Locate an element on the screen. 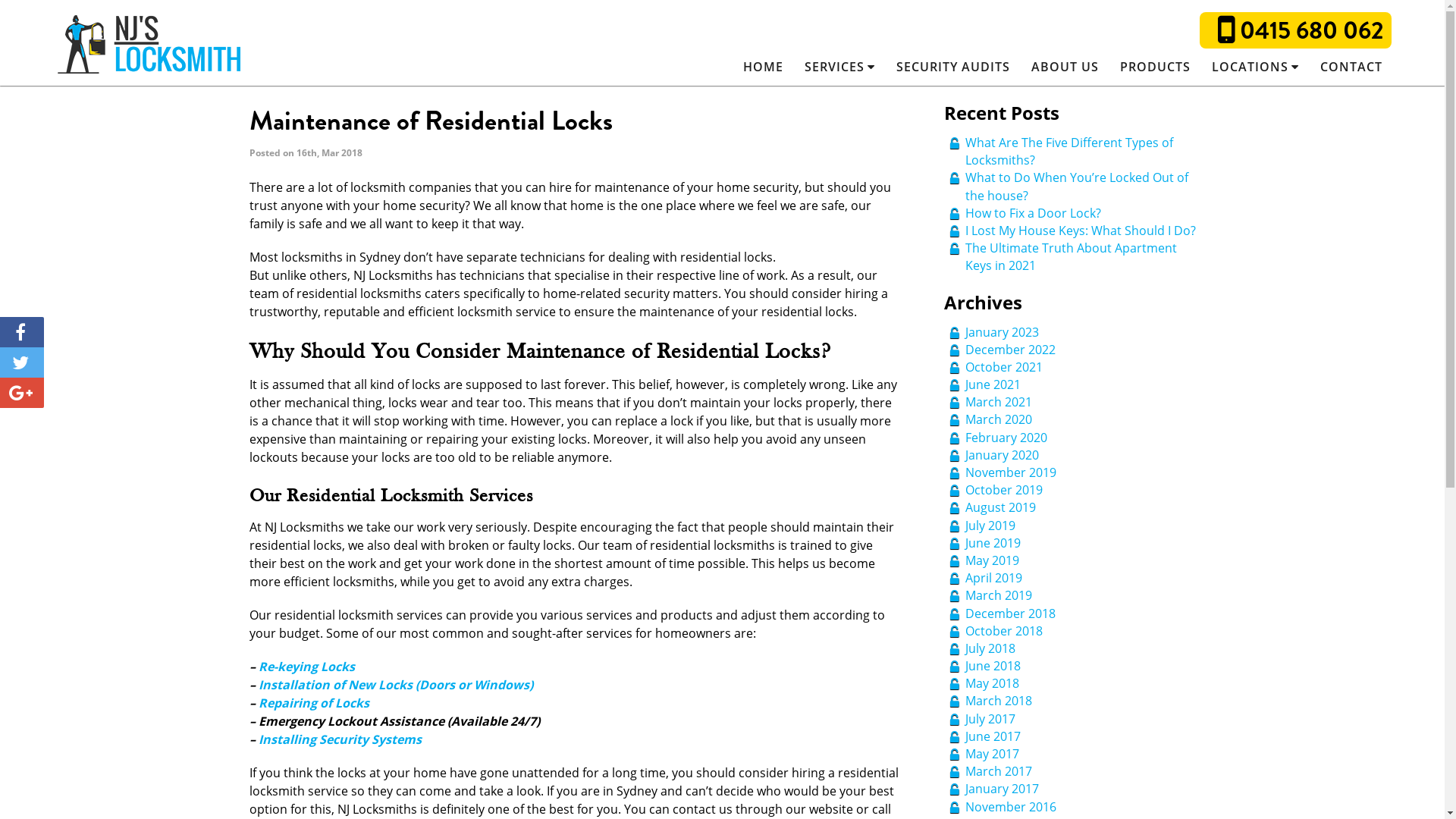  'November 2016' is located at coordinates (1009, 806).